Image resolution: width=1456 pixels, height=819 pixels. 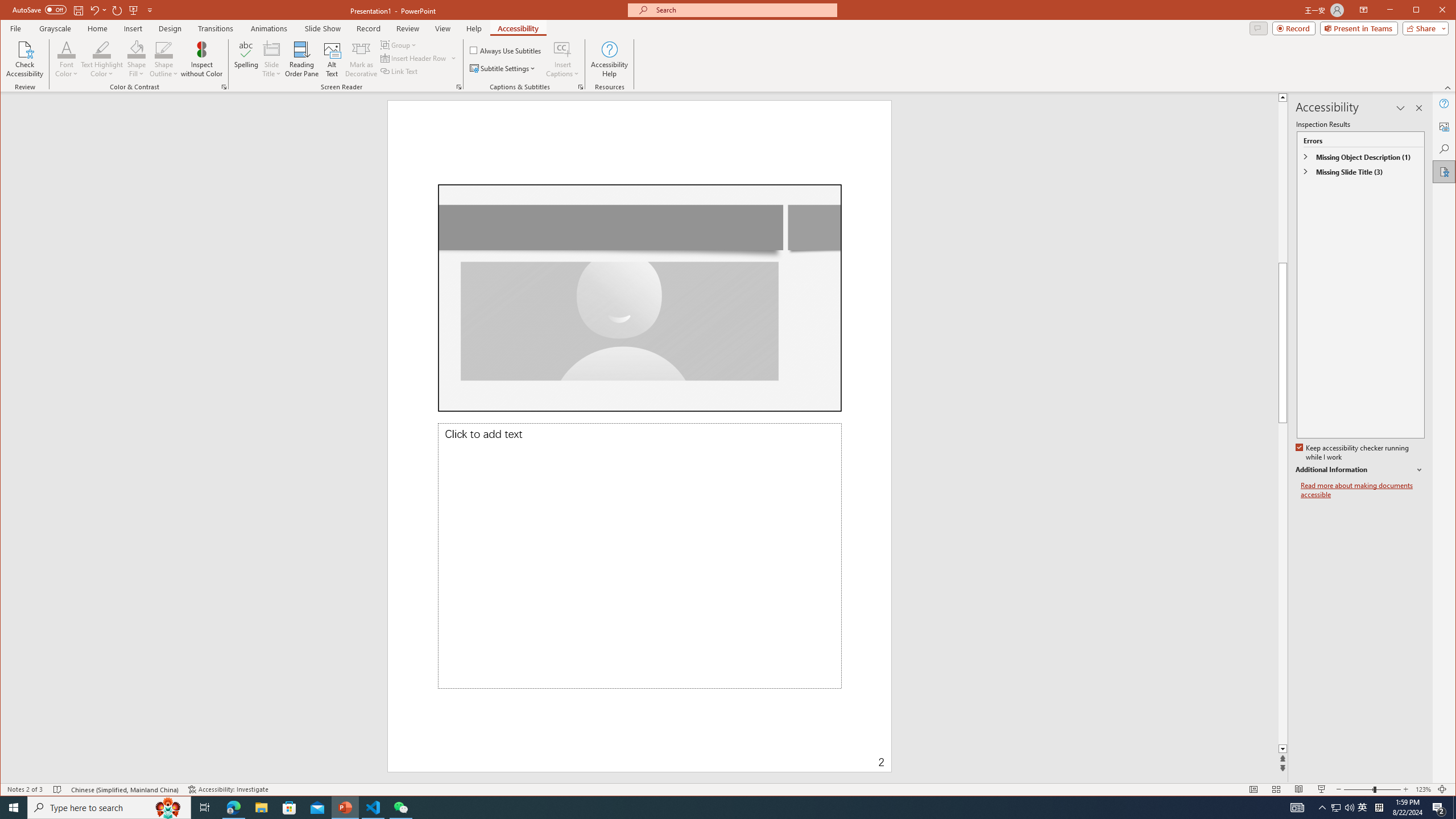 I want to click on 'Subtitle Settings', so click(x=503, y=68).